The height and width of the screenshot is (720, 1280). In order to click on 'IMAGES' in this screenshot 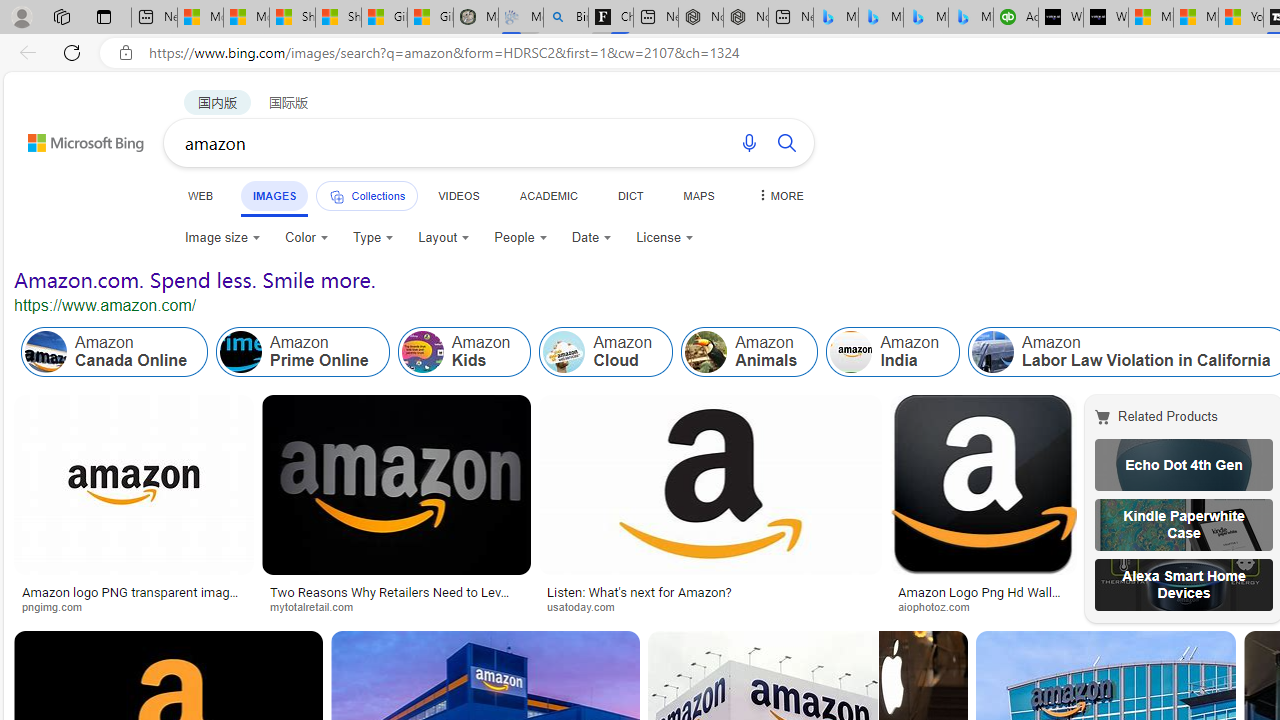, I will do `click(273, 195)`.